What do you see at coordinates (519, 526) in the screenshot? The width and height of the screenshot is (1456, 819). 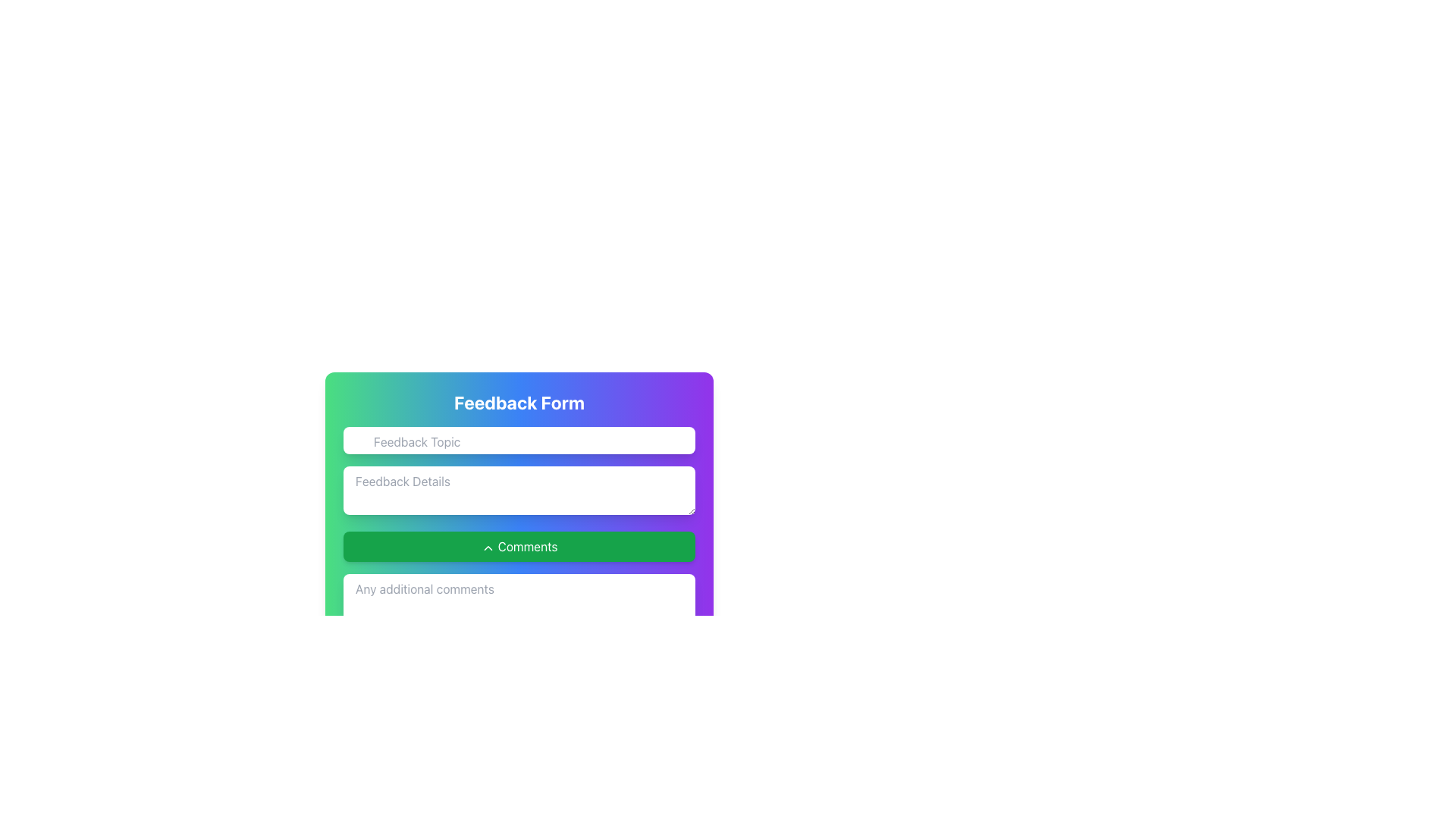 I see `the 'Comments' toggle button with a green background and upward arrow icon` at bounding box center [519, 526].